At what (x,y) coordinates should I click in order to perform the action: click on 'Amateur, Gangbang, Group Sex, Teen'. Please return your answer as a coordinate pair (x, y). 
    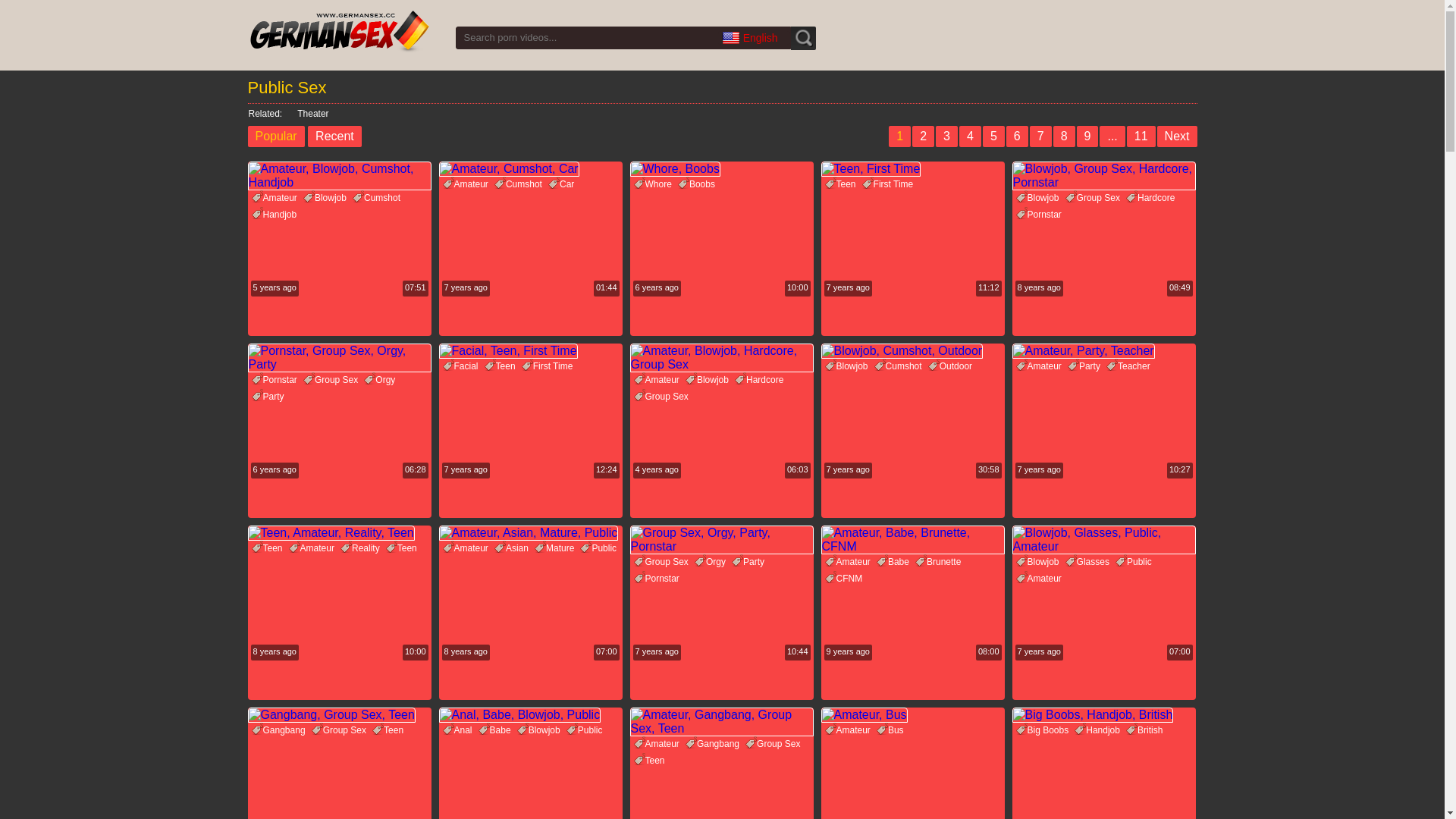
    Looking at the image, I should click on (629, 721).